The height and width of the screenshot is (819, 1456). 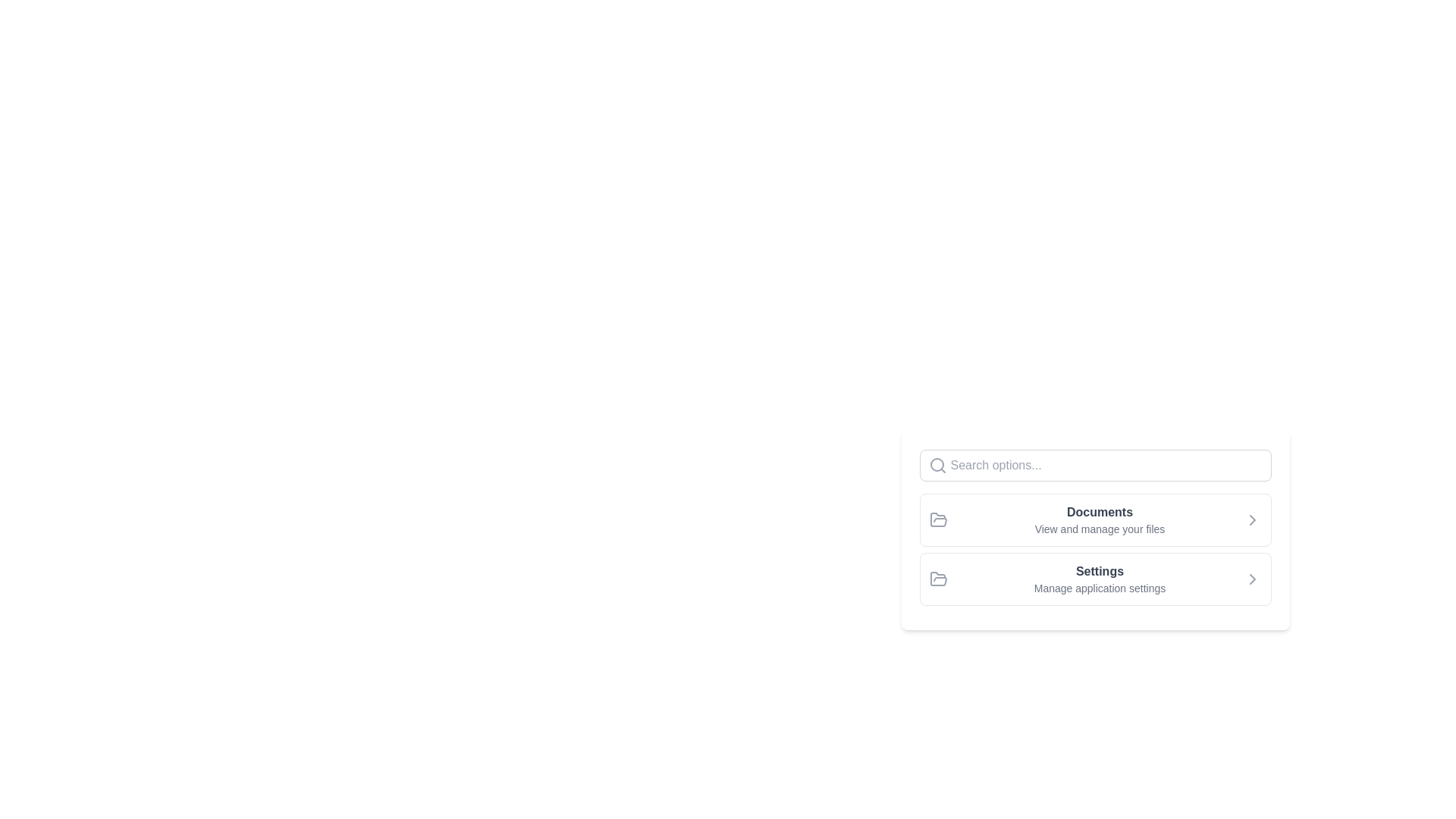 What do you see at coordinates (1100, 529) in the screenshot?
I see `the static text label that provides additional information about the 'Documents' section, located centrally beneath the 'Documents' heading` at bounding box center [1100, 529].